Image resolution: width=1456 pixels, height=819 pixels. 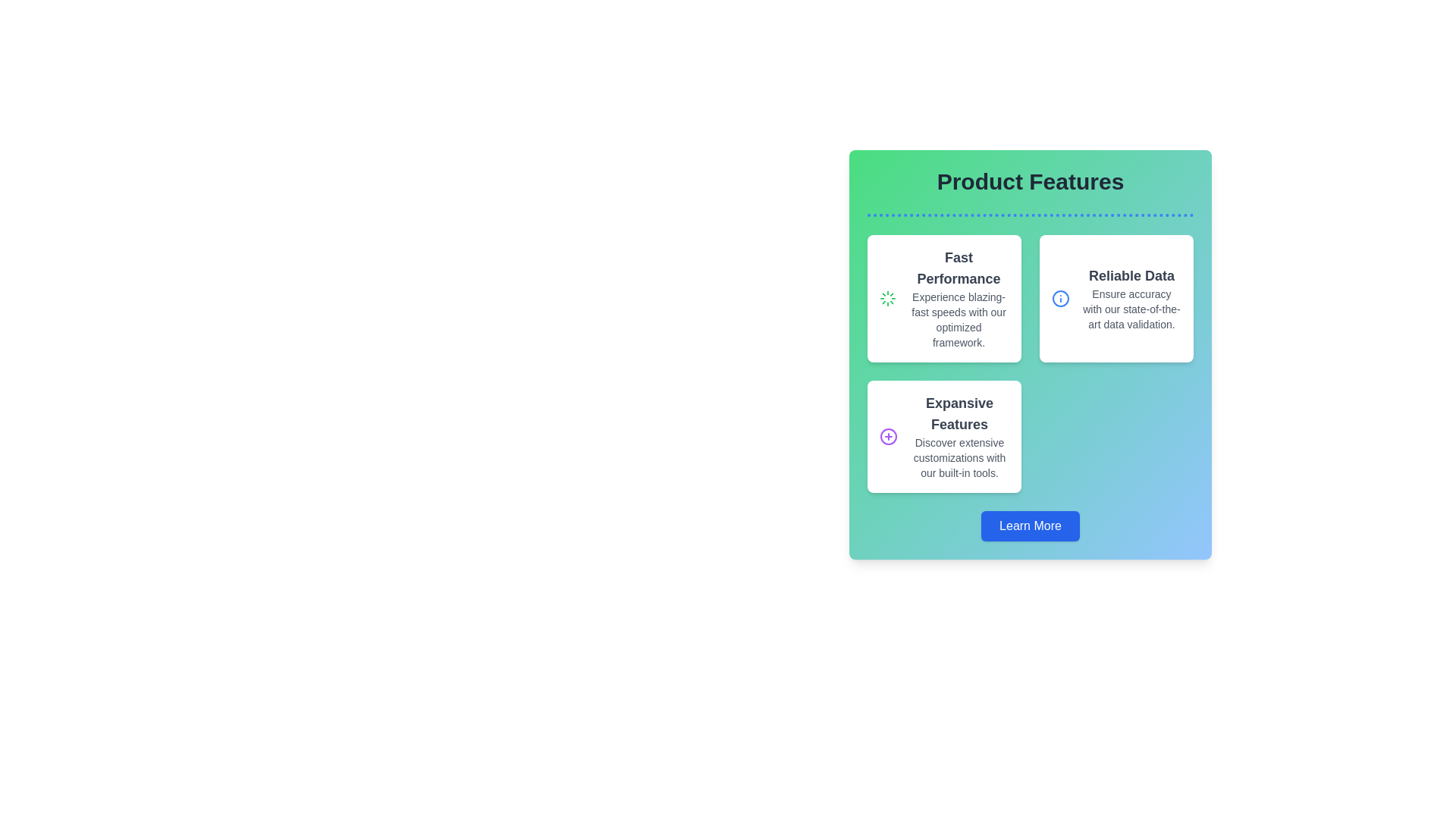 I want to click on descriptive content of the text block located below the 'Expansive Features' text in the second card of the bottom row of the 'Product Features' section, so click(x=959, y=457).